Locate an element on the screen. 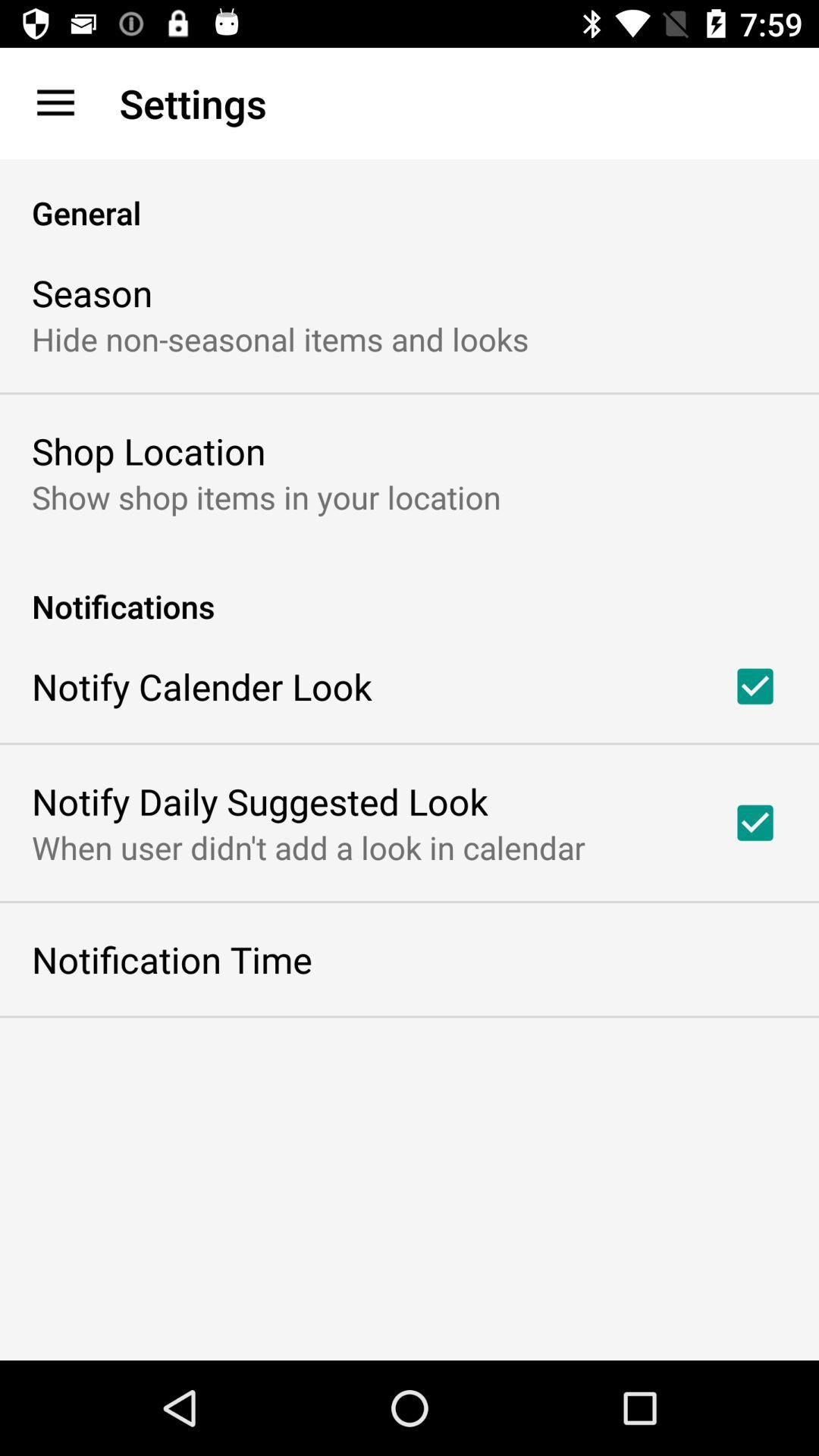 The image size is (819, 1456). the app next to settings is located at coordinates (55, 102).